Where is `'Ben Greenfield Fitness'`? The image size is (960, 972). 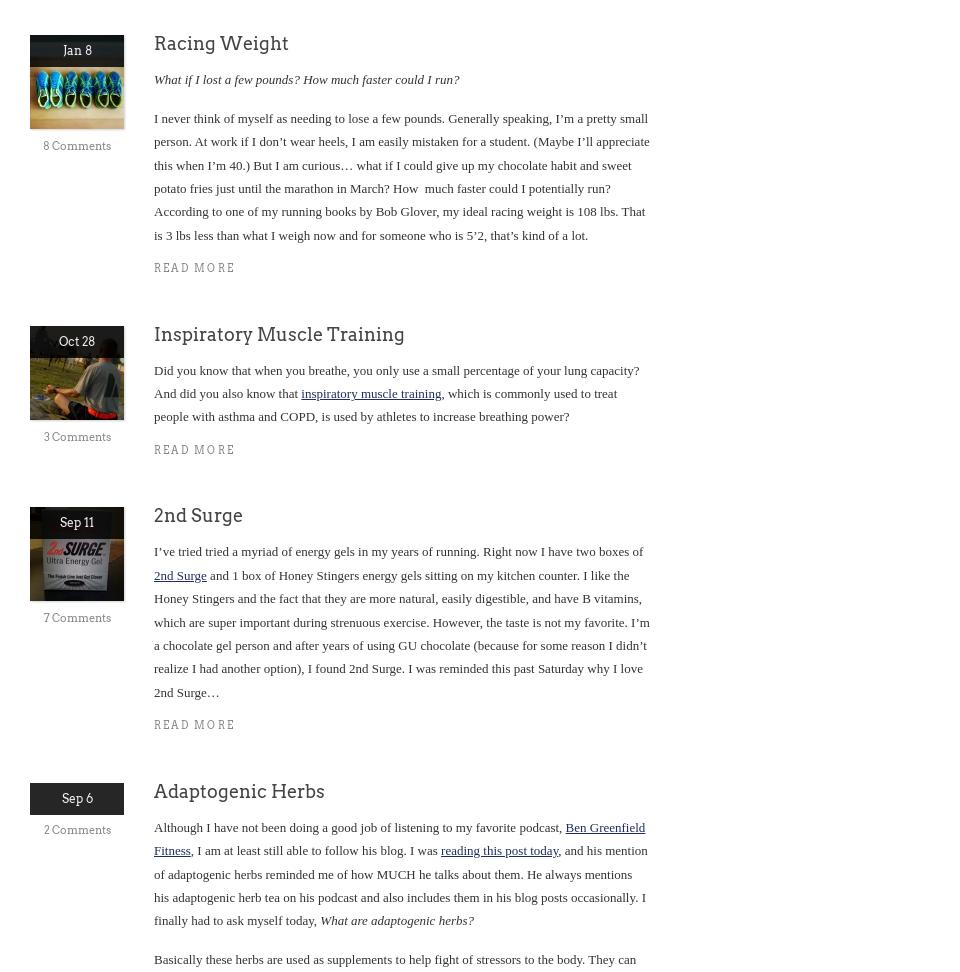
'Ben Greenfield Fitness' is located at coordinates (398, 837).